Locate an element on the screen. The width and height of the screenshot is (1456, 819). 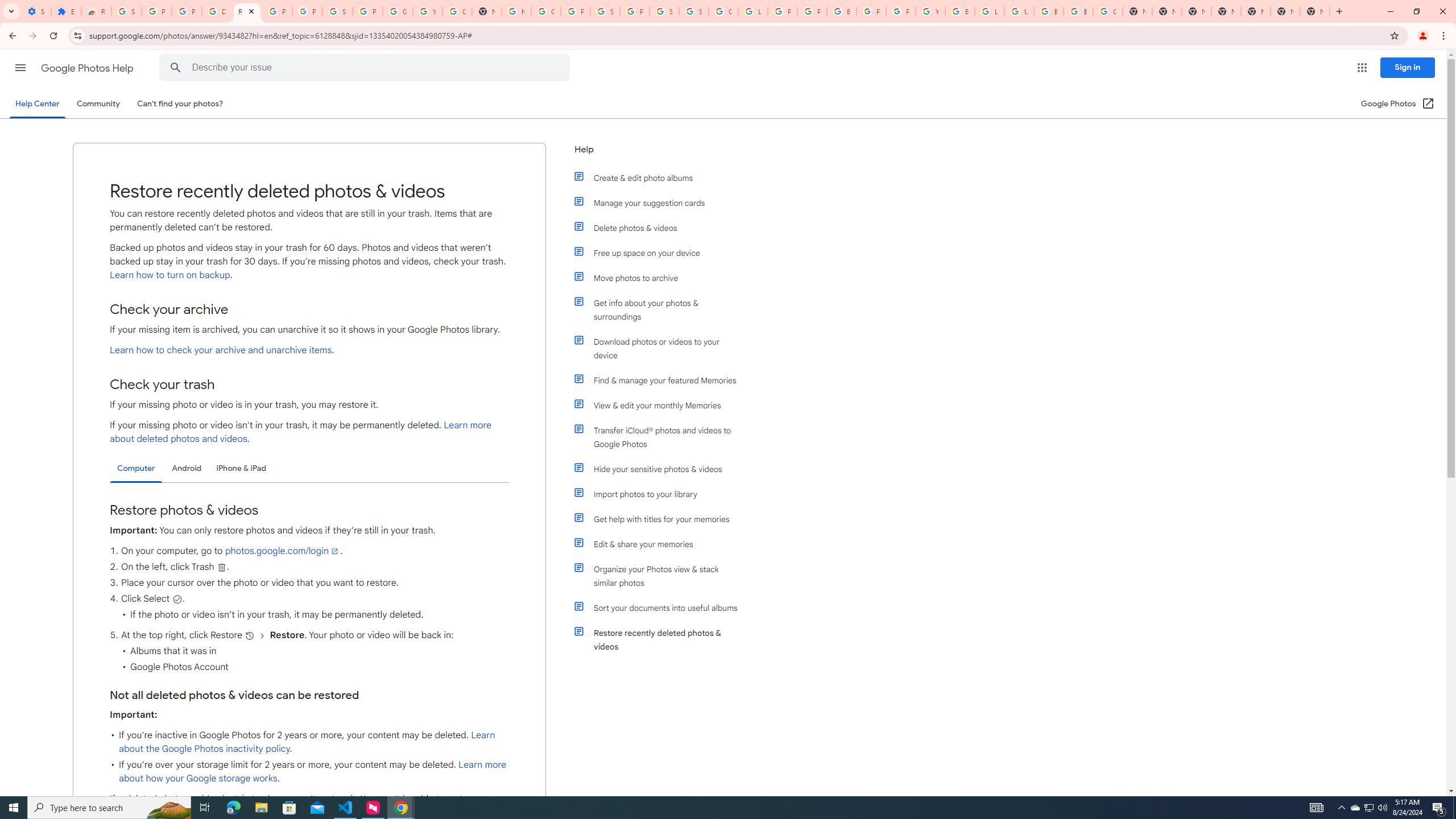
'Privacy Help Center - Policies Help' is located at coordinates (782, 11).